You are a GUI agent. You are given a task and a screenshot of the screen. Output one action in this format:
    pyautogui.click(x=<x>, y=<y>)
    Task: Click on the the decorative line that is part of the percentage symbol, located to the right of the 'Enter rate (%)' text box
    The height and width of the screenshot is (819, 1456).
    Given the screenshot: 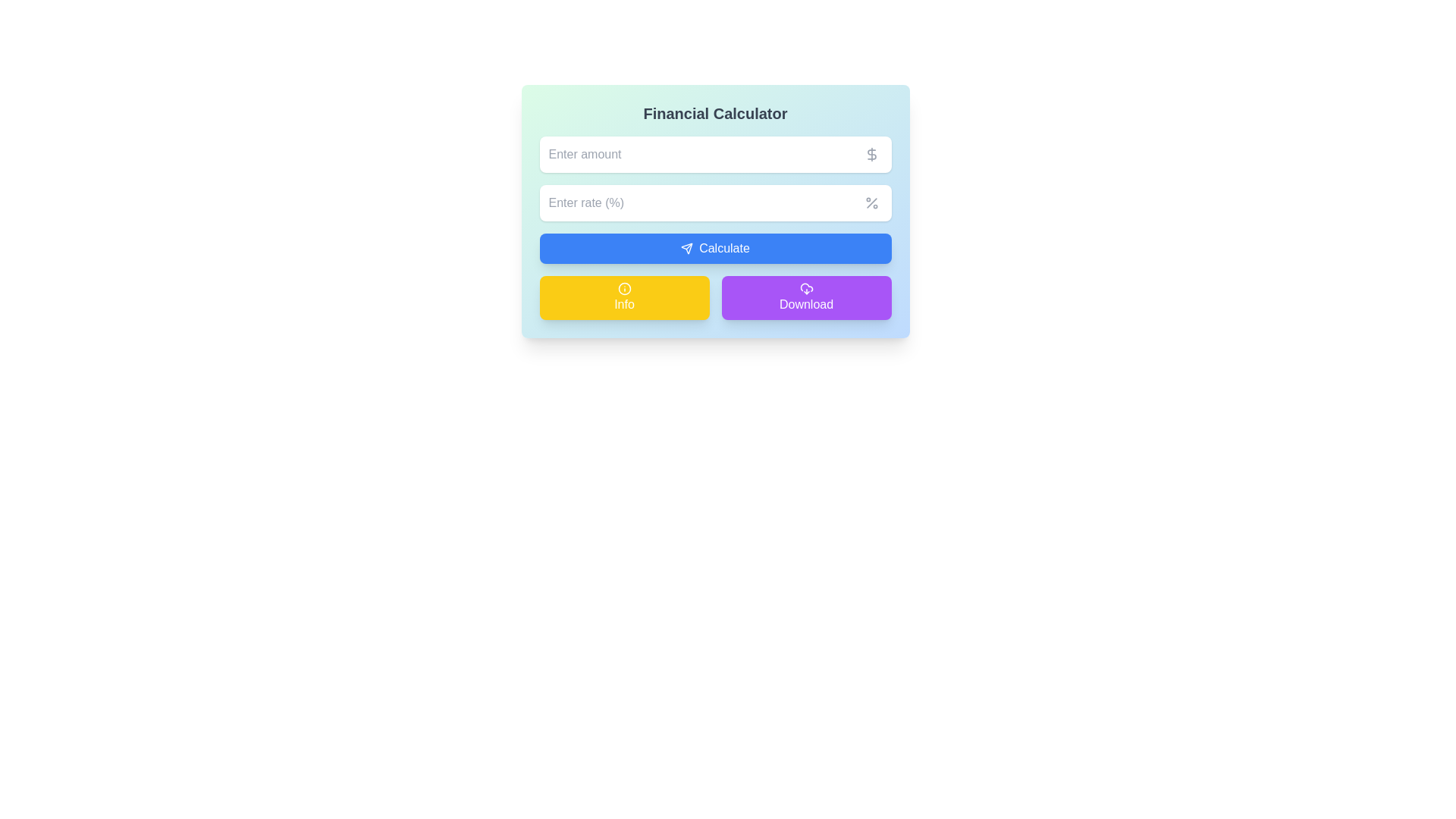 What is the action you would take?
    pyautogui.click(x=871, y=202)
    